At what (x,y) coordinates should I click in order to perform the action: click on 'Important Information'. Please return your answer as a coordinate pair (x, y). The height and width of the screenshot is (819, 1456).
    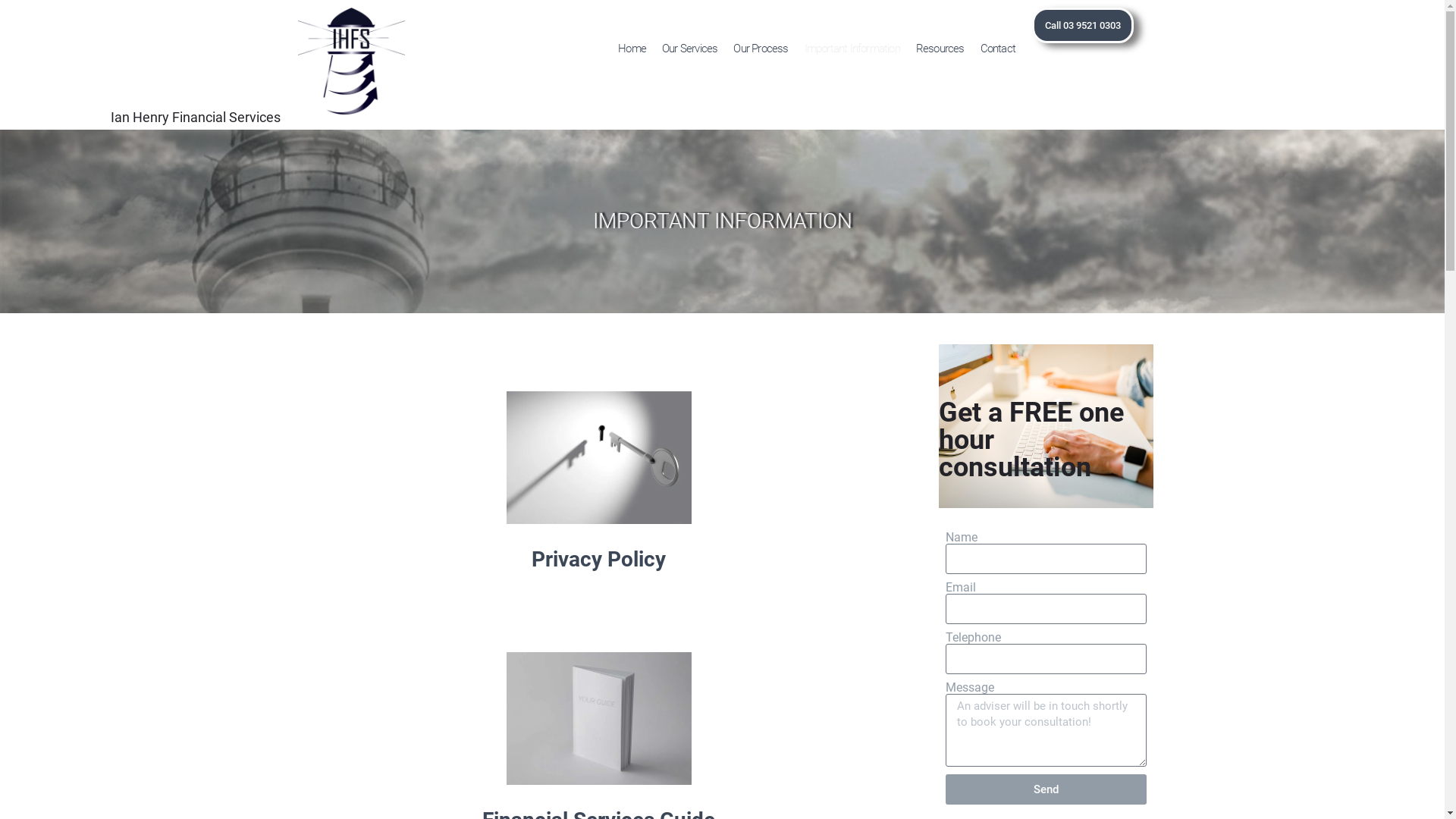
    Looking at the image, I should click on (852, 48).